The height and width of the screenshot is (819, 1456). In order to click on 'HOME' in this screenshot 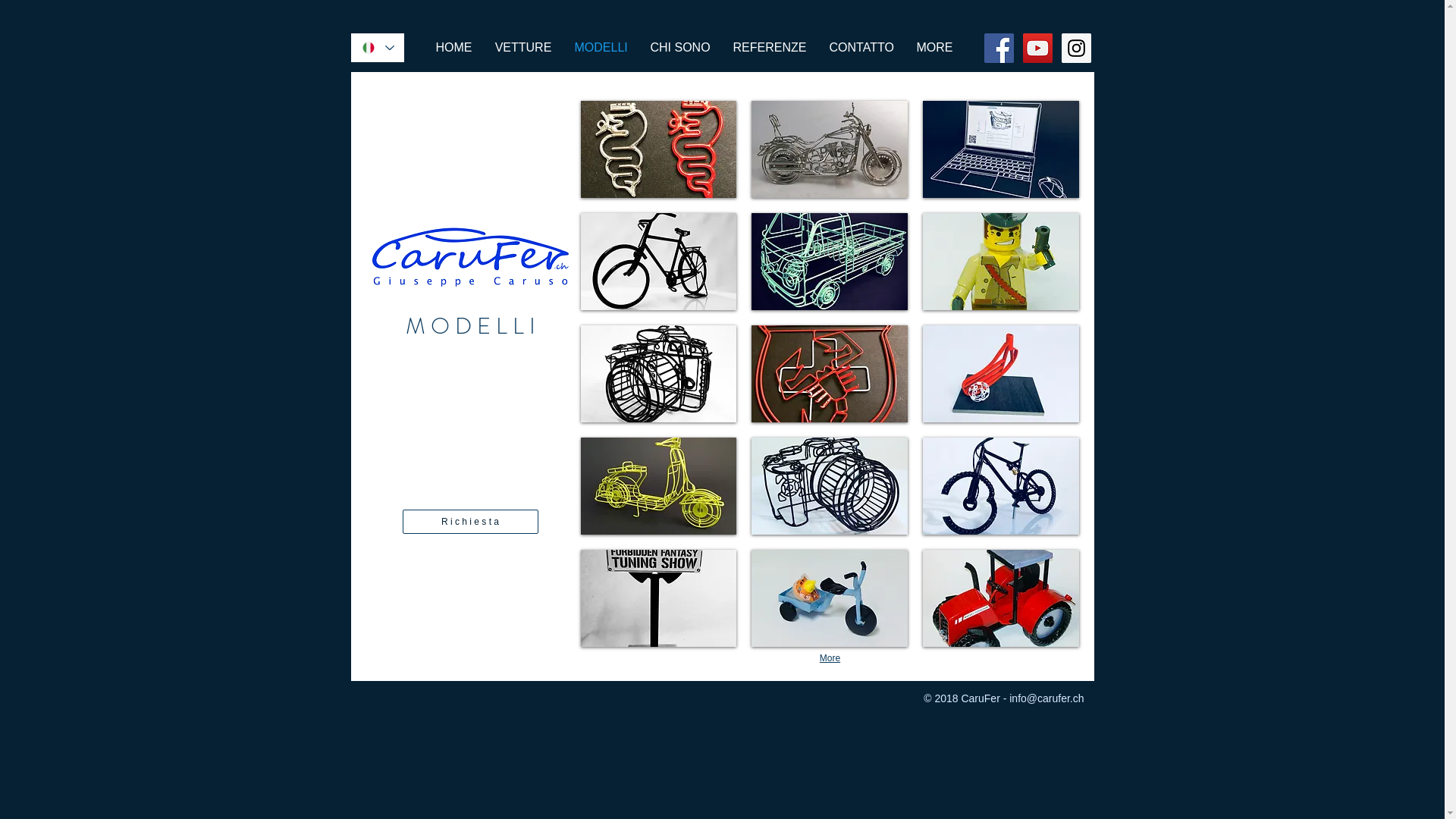, I will do `click(453, 46)`.